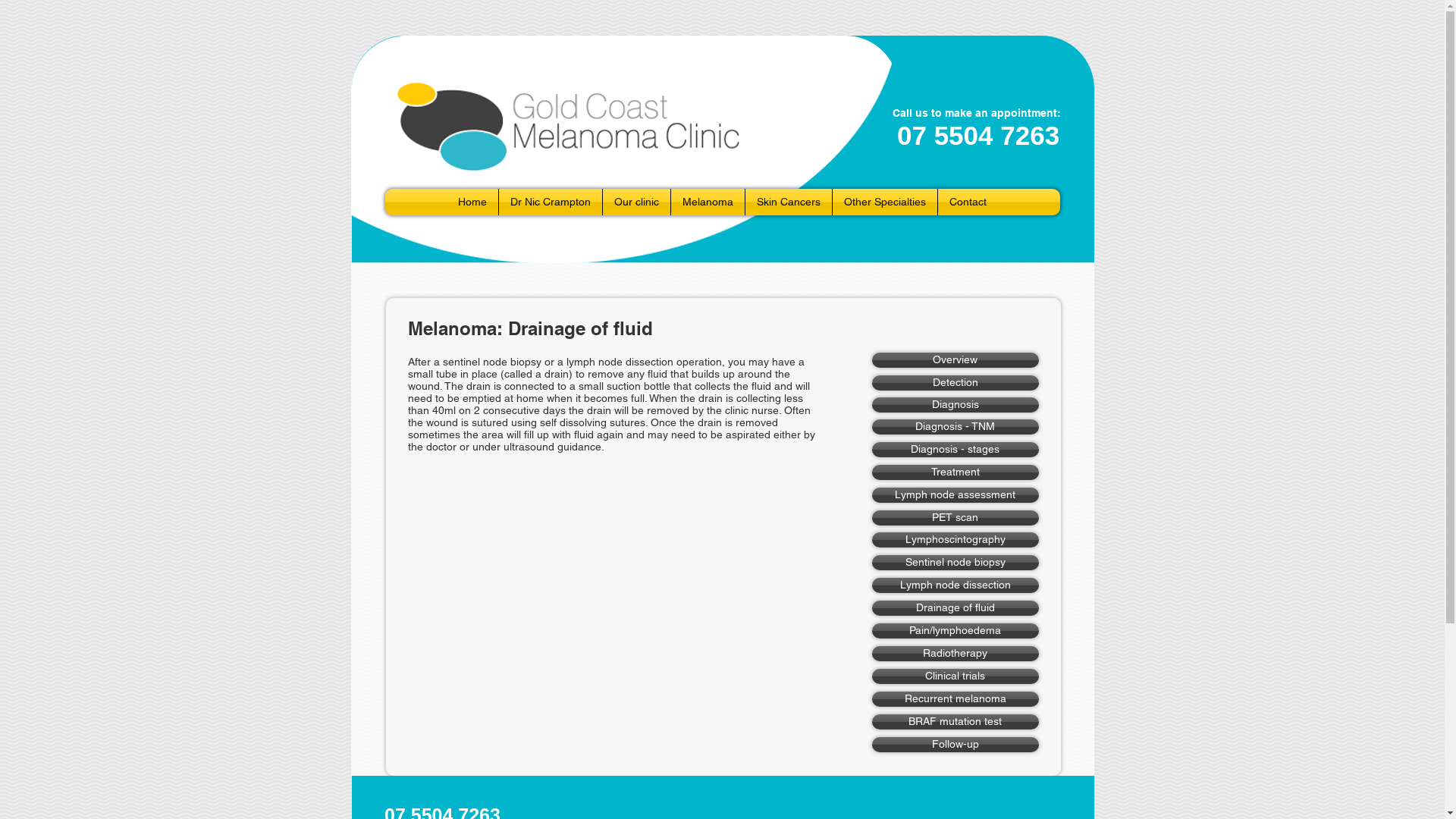 Image resolution: width=1456 pixels, height=819 pixels. What do you see at coordinates (954, 744) in the screenshot?
I see `'Follow-up'` at bounding box center [954, 744].